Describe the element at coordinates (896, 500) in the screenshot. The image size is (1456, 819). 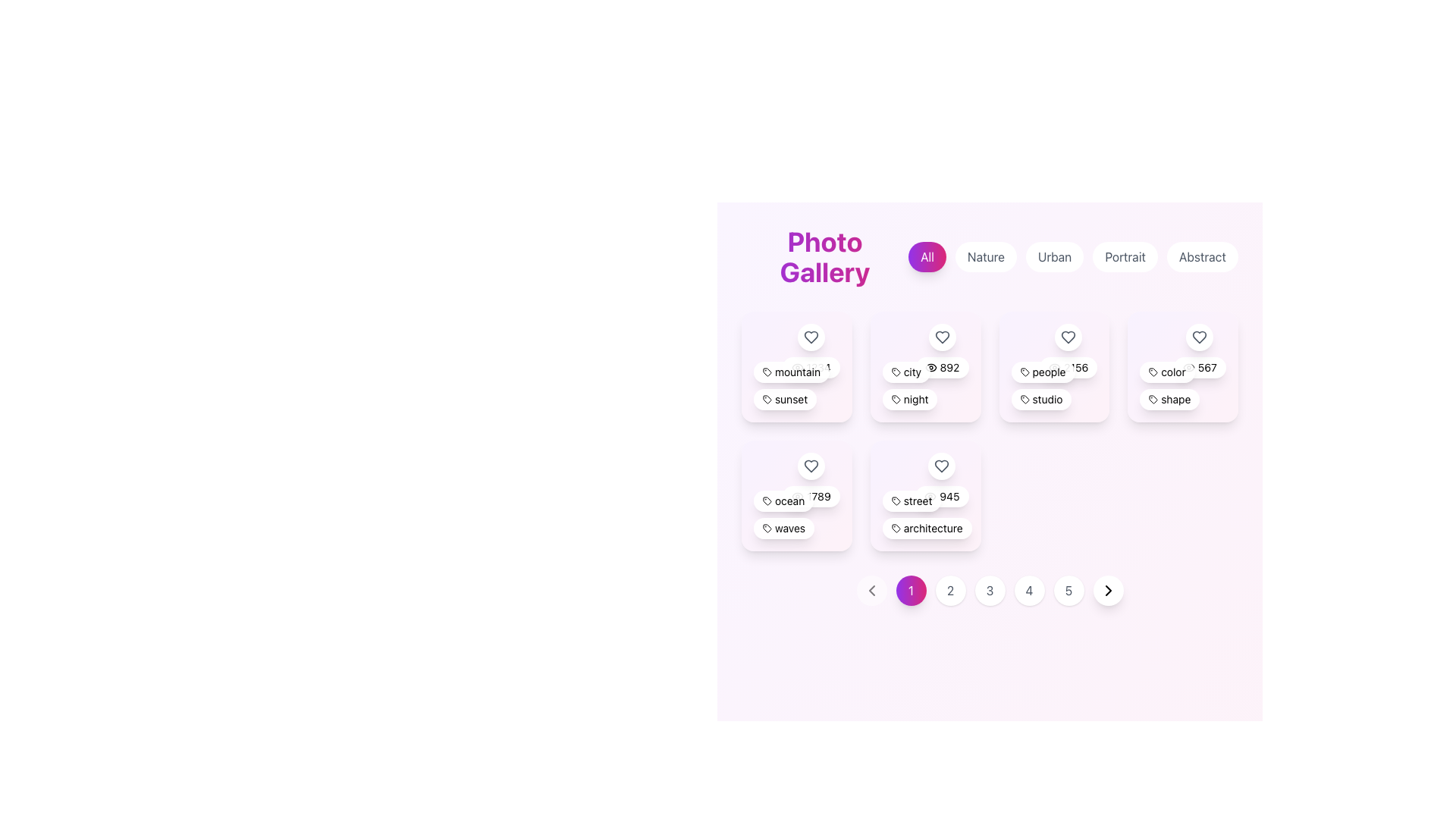
I see `the tag-shaped icon with a circular cutout, which is located near the upper-left corner of the label containing the text 'street' and the number '945'` at that location.